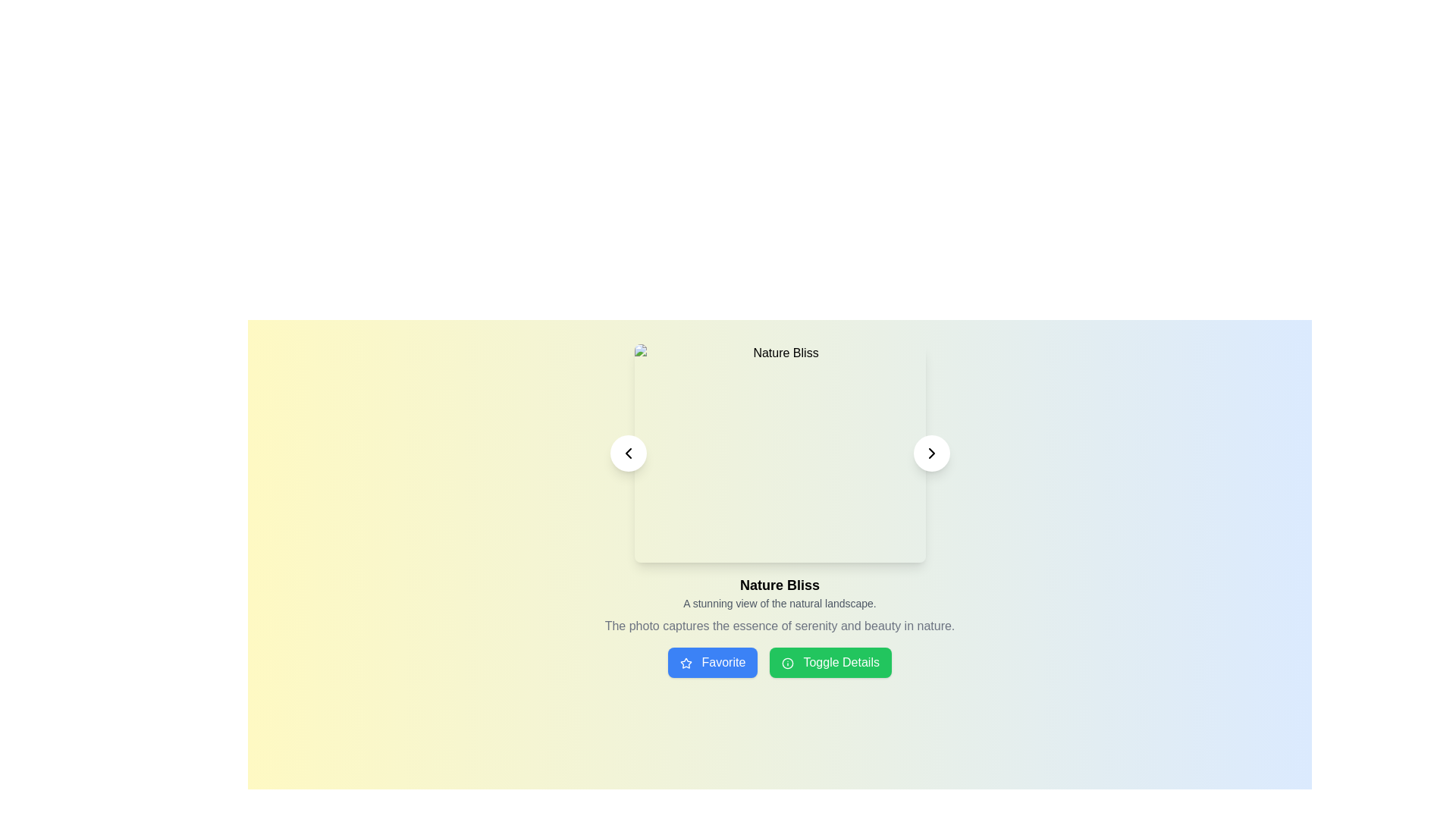 The width and height of the screenshot is (1456, 819). I want to click on the star-shaped icon with a blue background and white border, located to the left of the 'Favorite' button, so click(686, 662).